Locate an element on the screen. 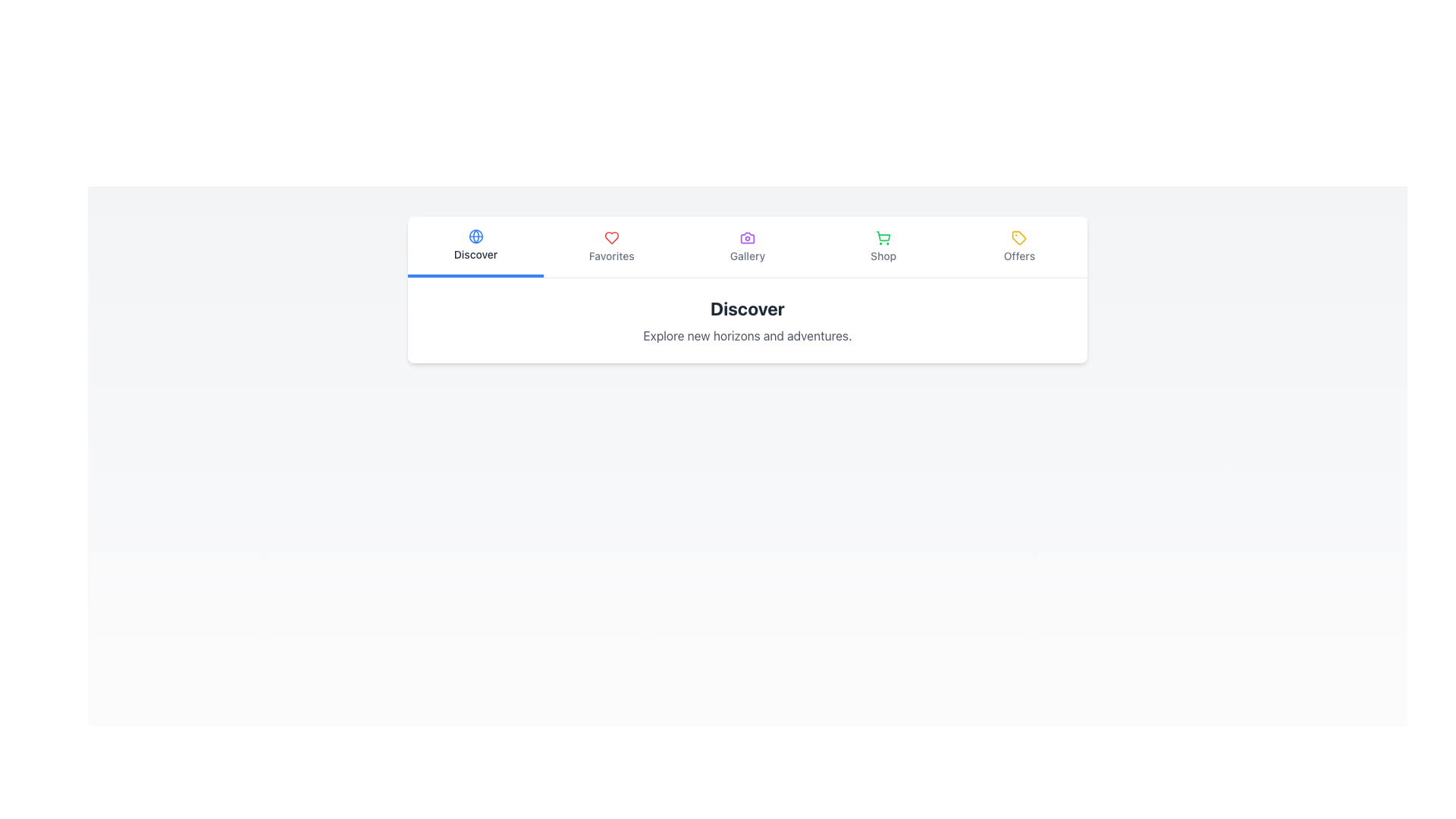 The width and height of the screenshot is (1456, 819). the 'Offers' button in the top-right navigation menu is located at coordinates (1019, 246).